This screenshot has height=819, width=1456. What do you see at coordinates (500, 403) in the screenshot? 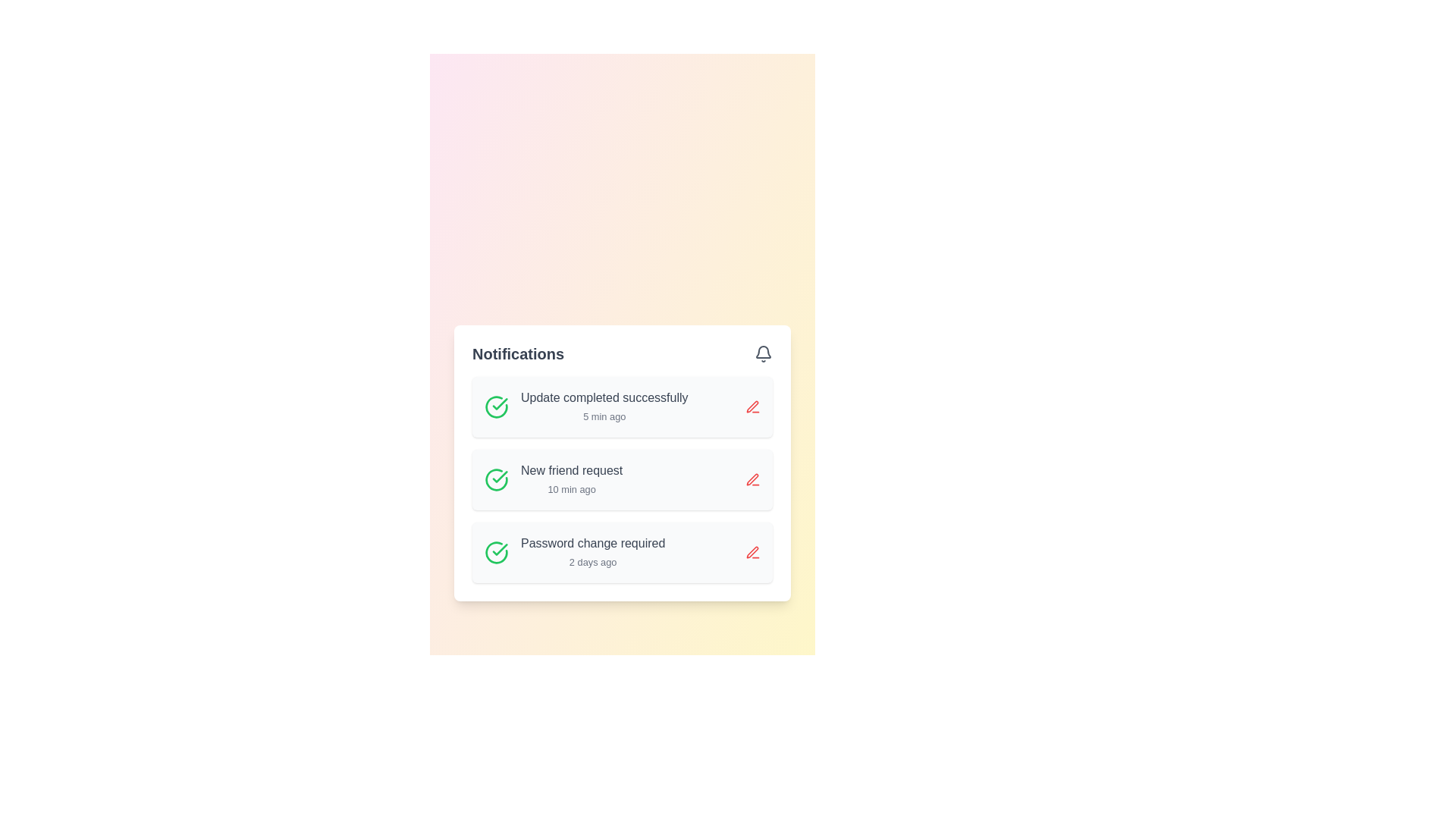
I see `the status of the green checkmark icon indicating a successful status, located in the notifications panel next to 'New friend request' and above 'Password change required'` at bounding box center [500, 403].